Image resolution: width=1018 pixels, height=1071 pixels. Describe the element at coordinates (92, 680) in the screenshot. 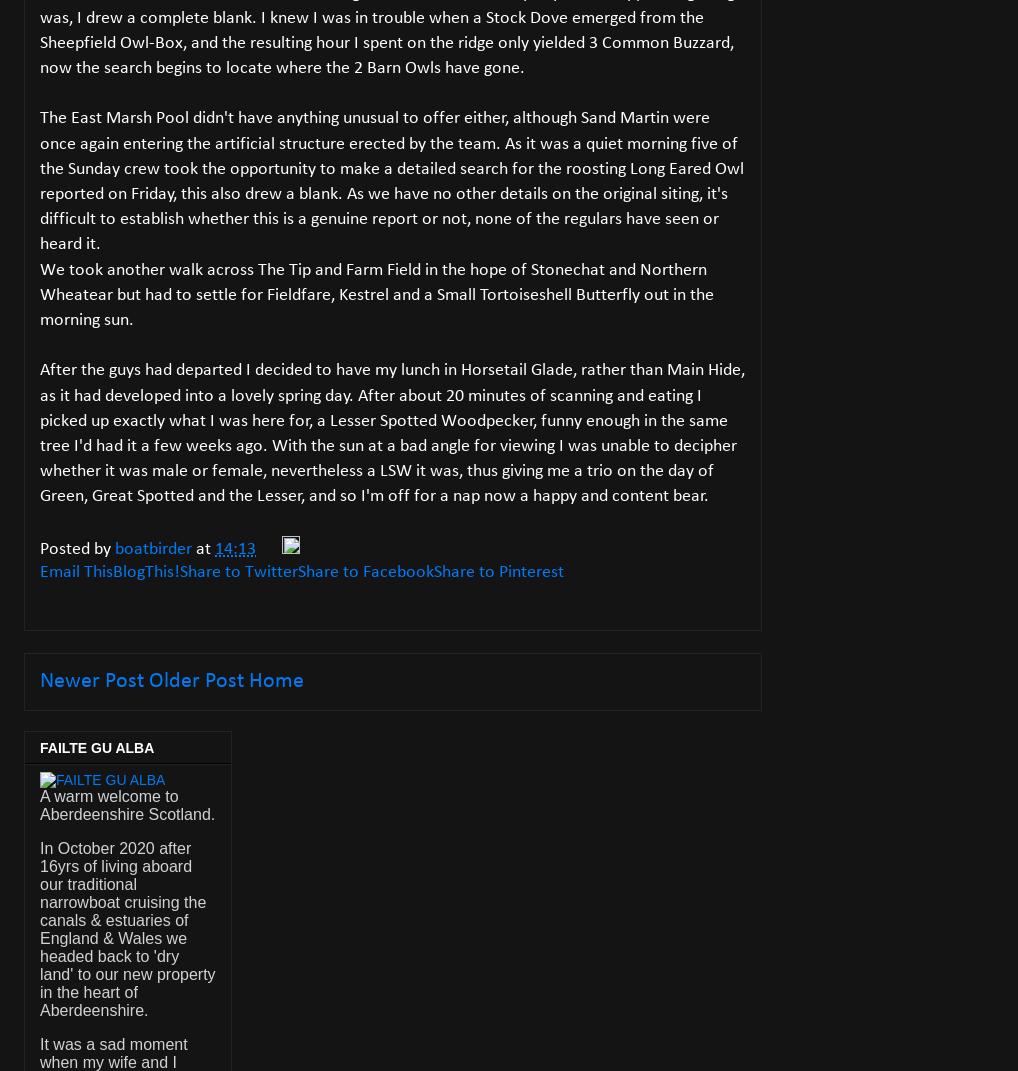

I see `'Newer Post'` at that location.